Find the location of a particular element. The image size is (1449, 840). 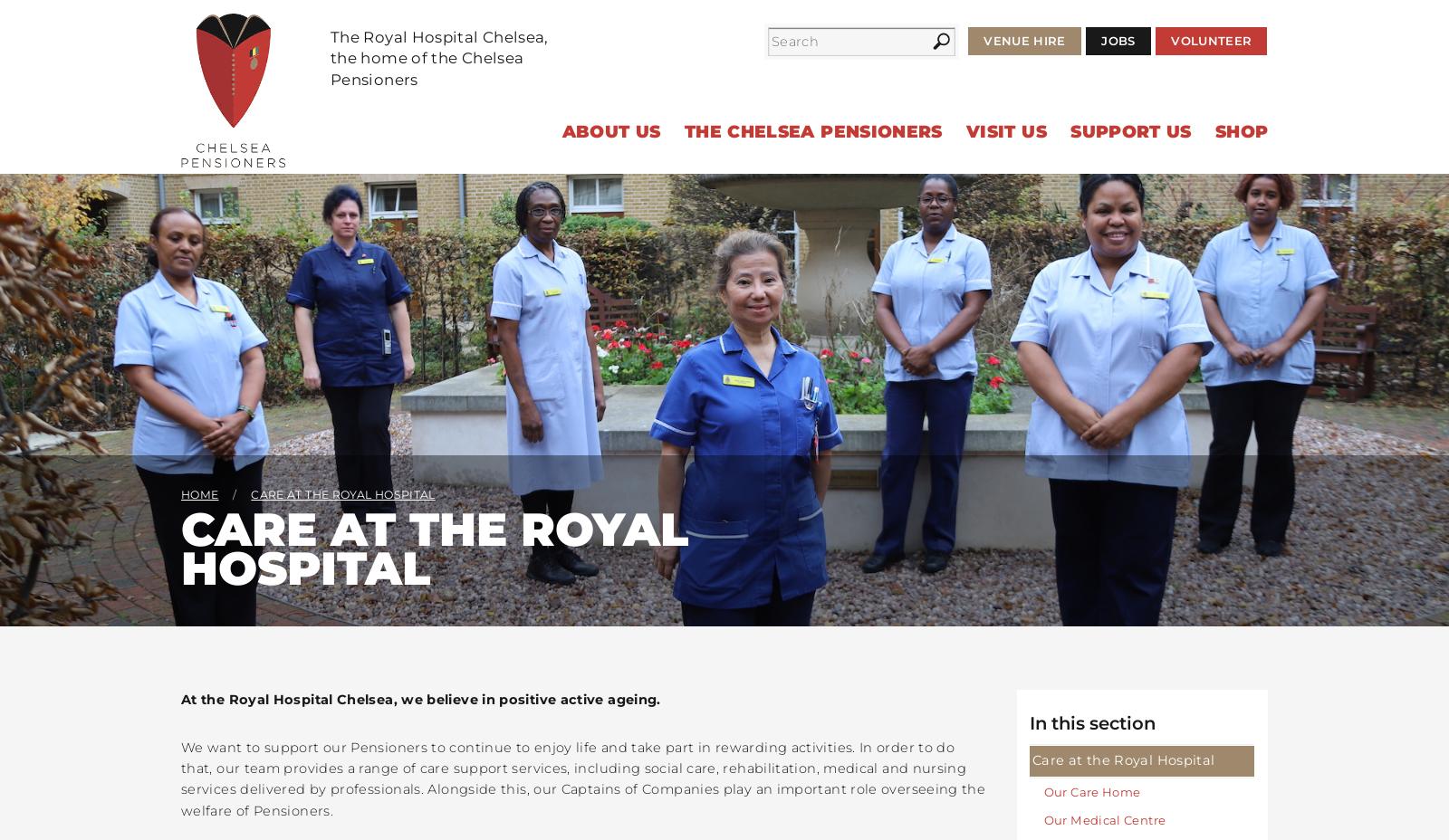

'About Us' is located at coordinates (610, 131).